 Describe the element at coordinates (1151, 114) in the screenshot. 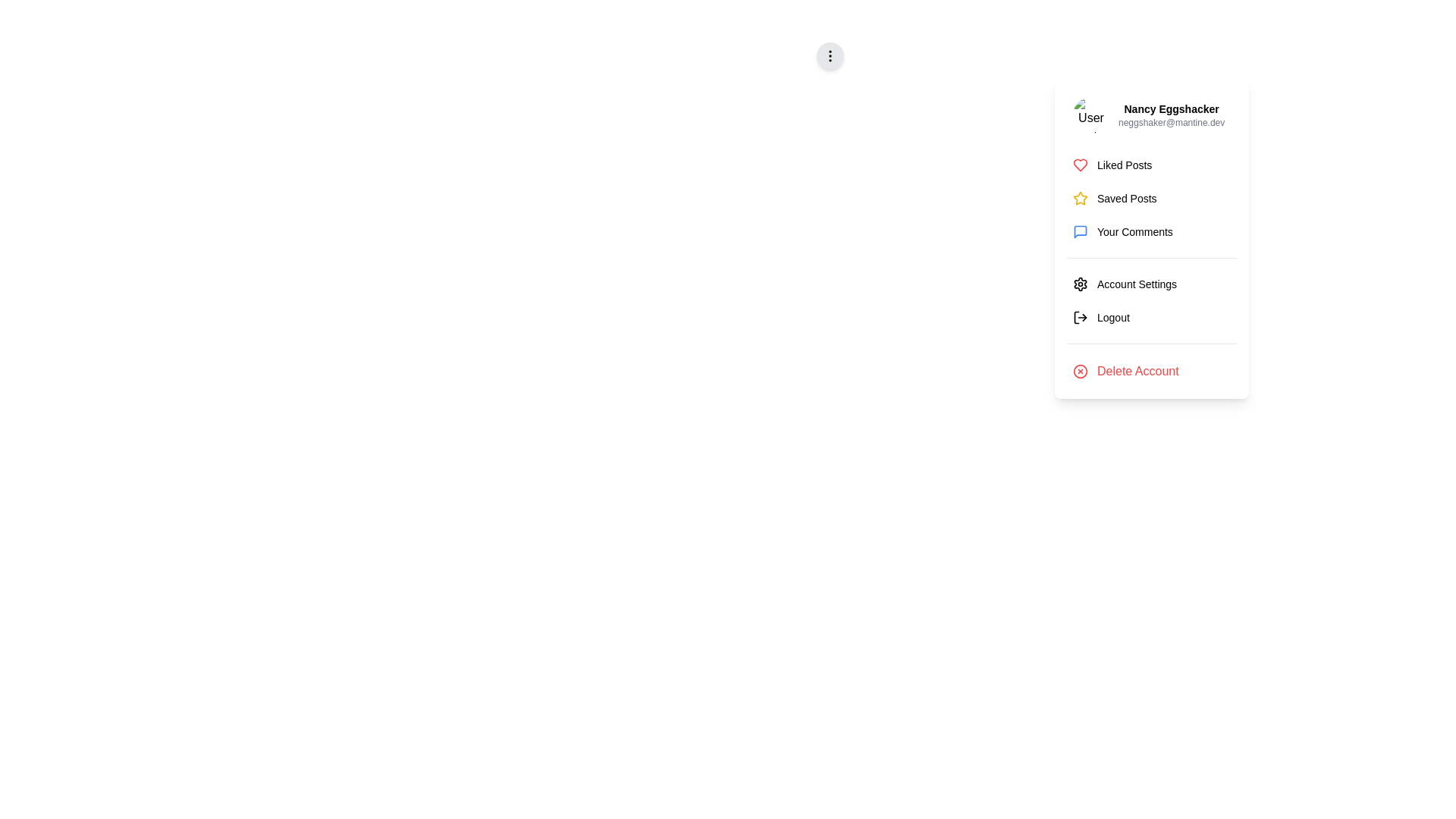

I see `the Profile Info Display element containing the user's name 'Nancy Eggshacker' and email 'neggshaker@mantine.dev', located at the top-right corner of the dropdown menu` at that location.